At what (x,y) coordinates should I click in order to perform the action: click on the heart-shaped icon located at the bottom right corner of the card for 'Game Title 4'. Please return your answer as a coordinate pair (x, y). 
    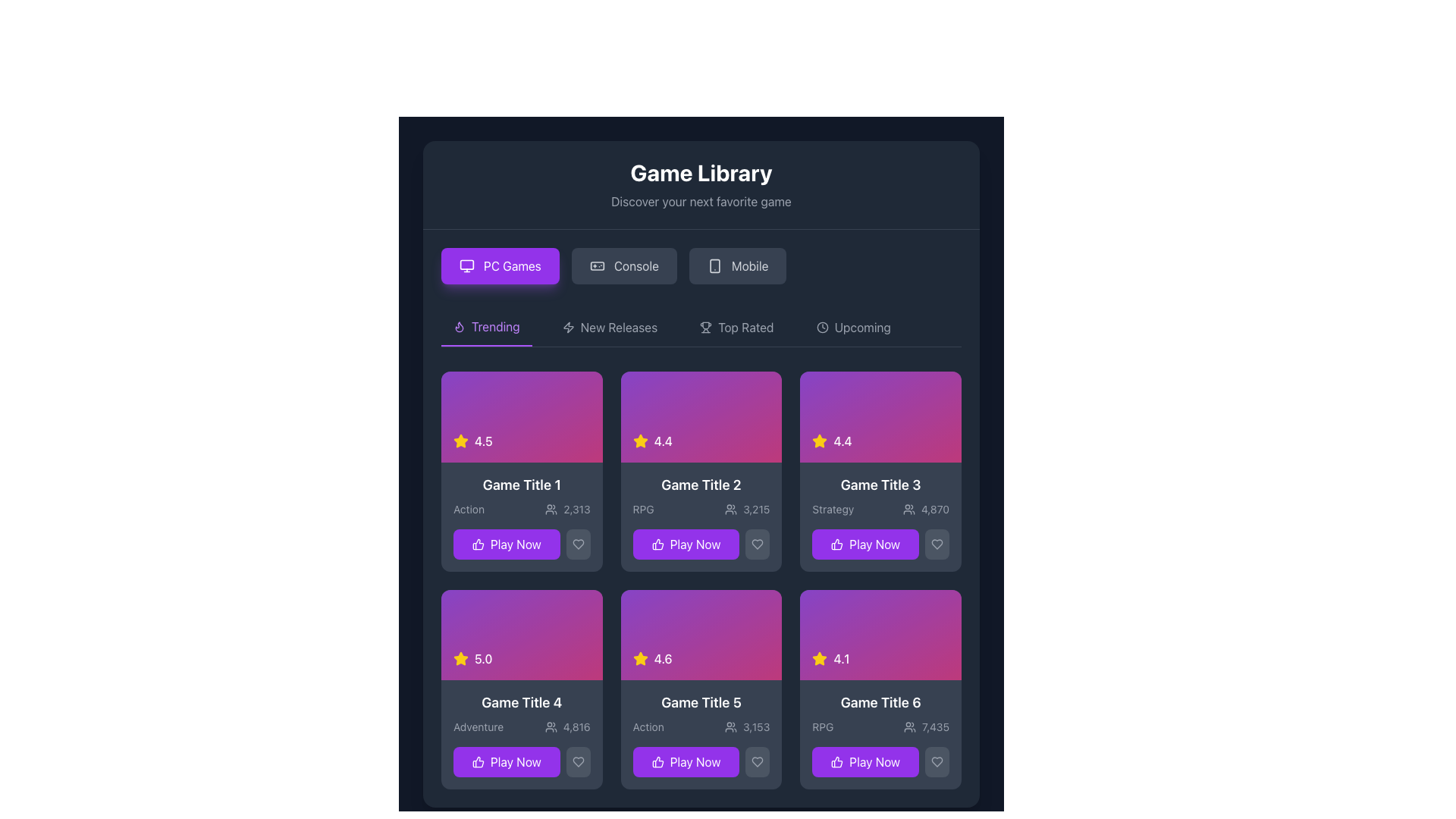
    Looking at the image, I should click on (577, 762).